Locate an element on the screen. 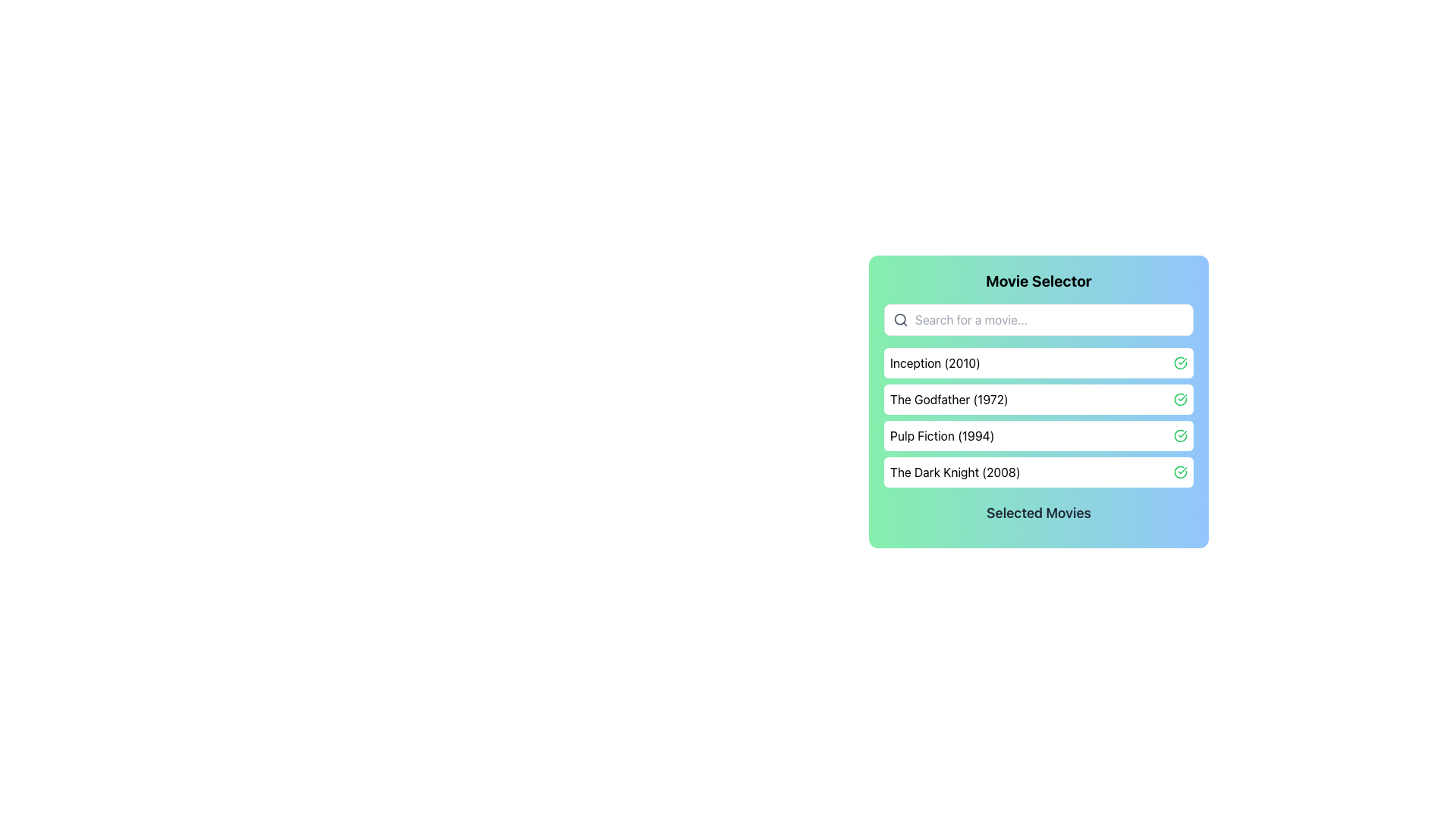 This screenshot has height=819, width=1456. the selectable movie item in the list is located at coordinates (1037, 472).